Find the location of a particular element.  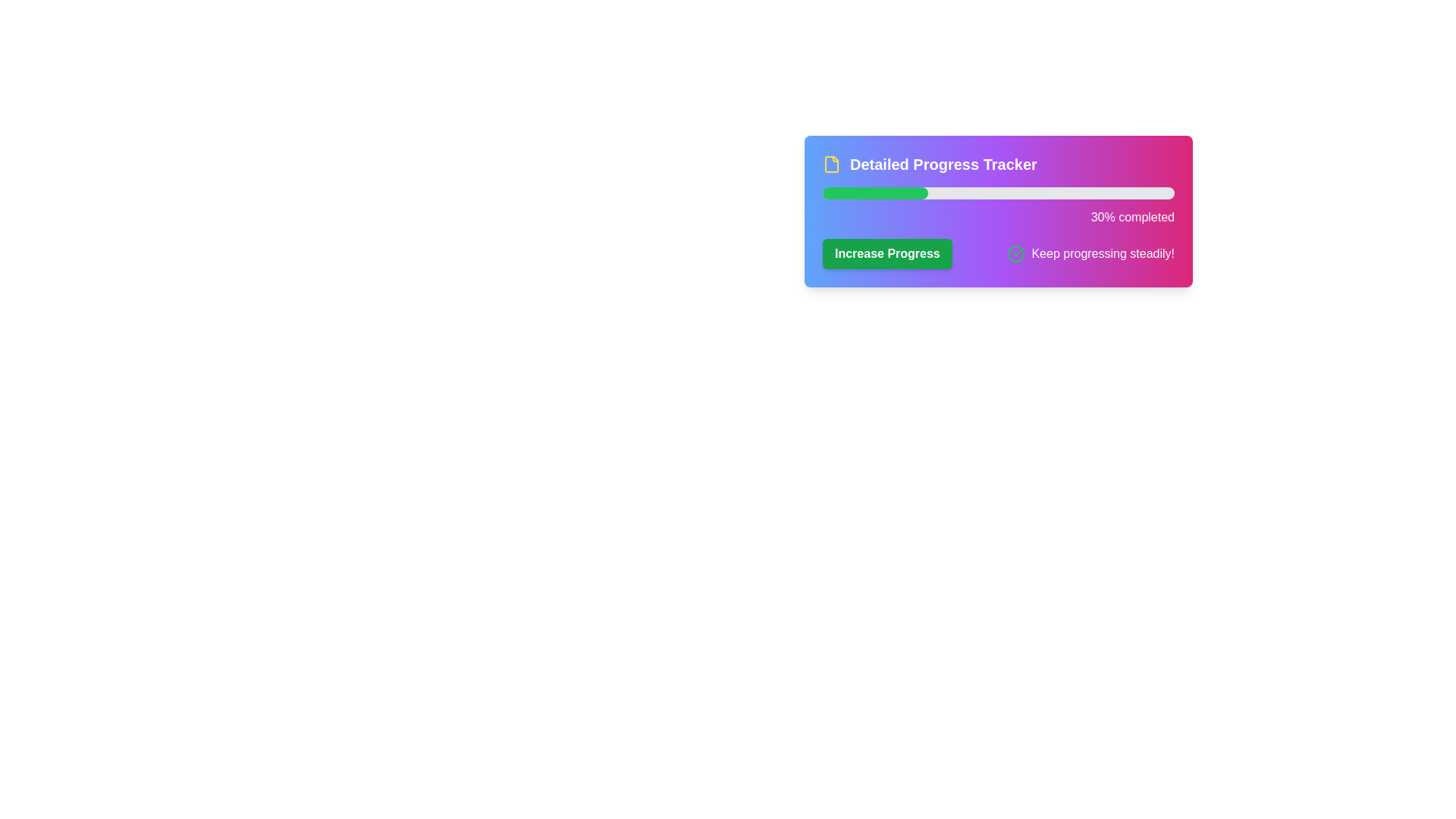

the file icon with a yellow border and colorful fill, located to the left of the title text 'Detailed Progress Tracker' in the card section is located at coordinates (831, 164).